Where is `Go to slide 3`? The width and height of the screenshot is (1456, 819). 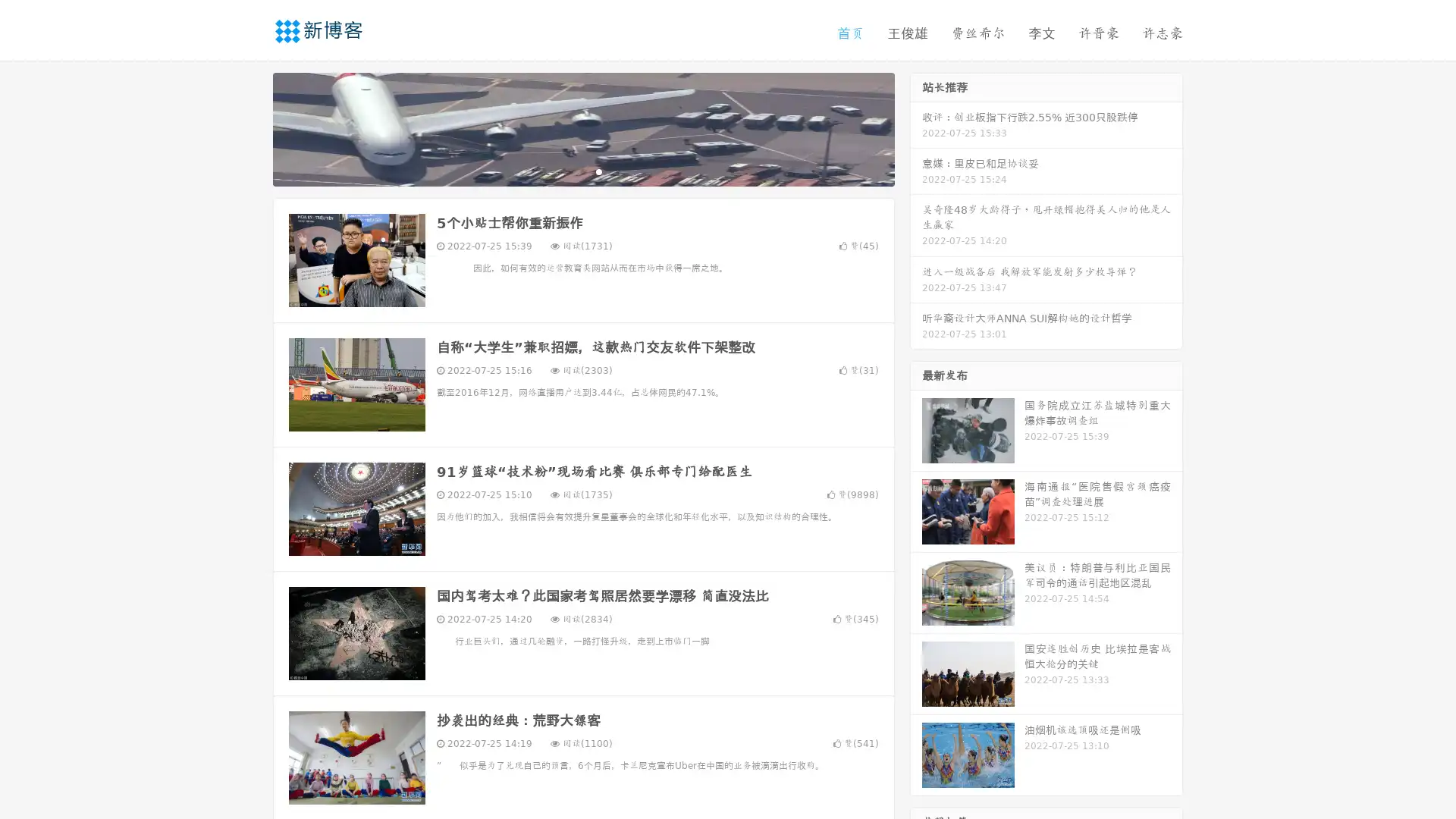
Go to slide 3 is located at coordinates (598, 171).